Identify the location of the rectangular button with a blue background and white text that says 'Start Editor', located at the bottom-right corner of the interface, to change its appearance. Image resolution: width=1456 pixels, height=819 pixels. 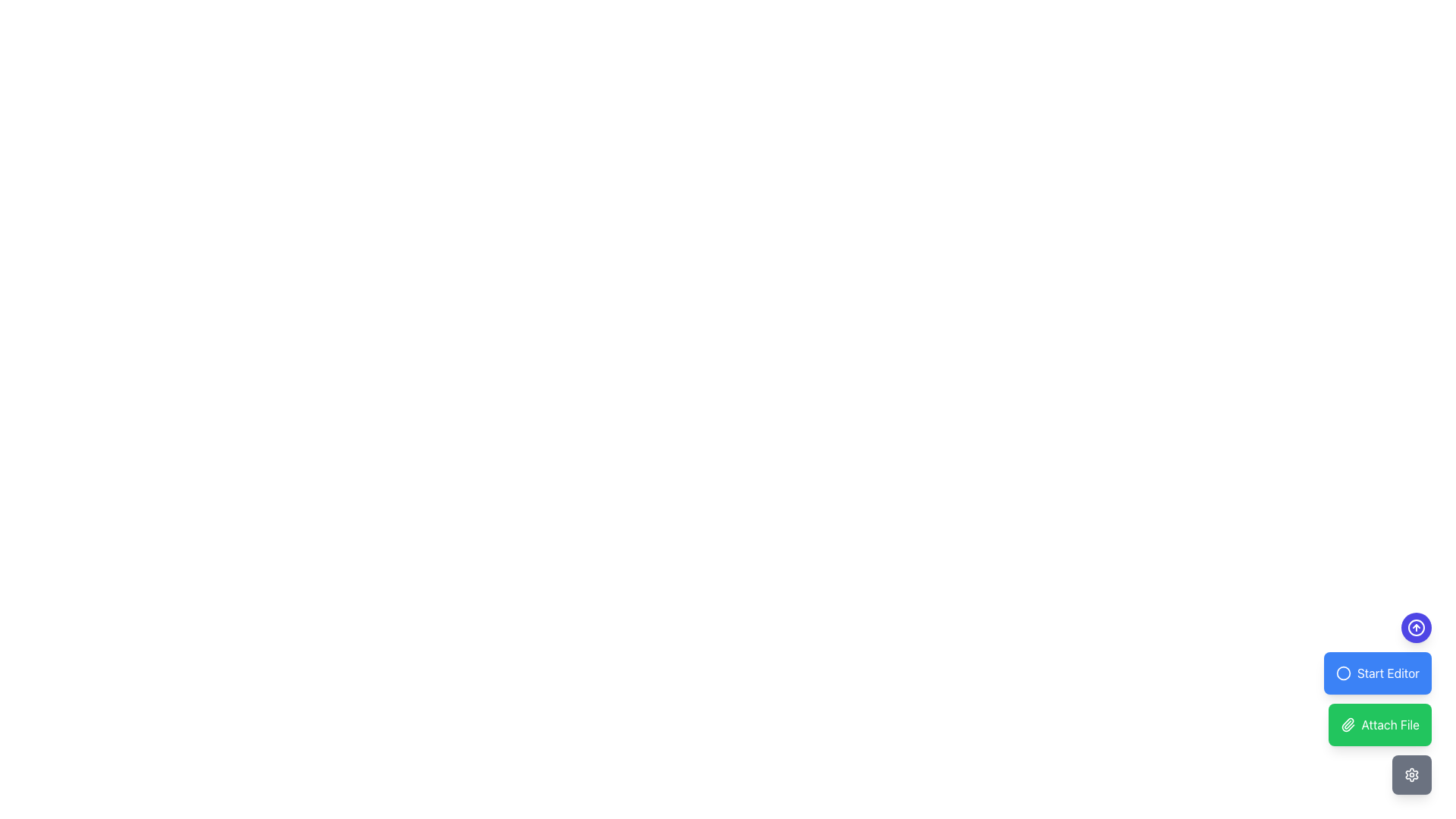
(1377, 672).